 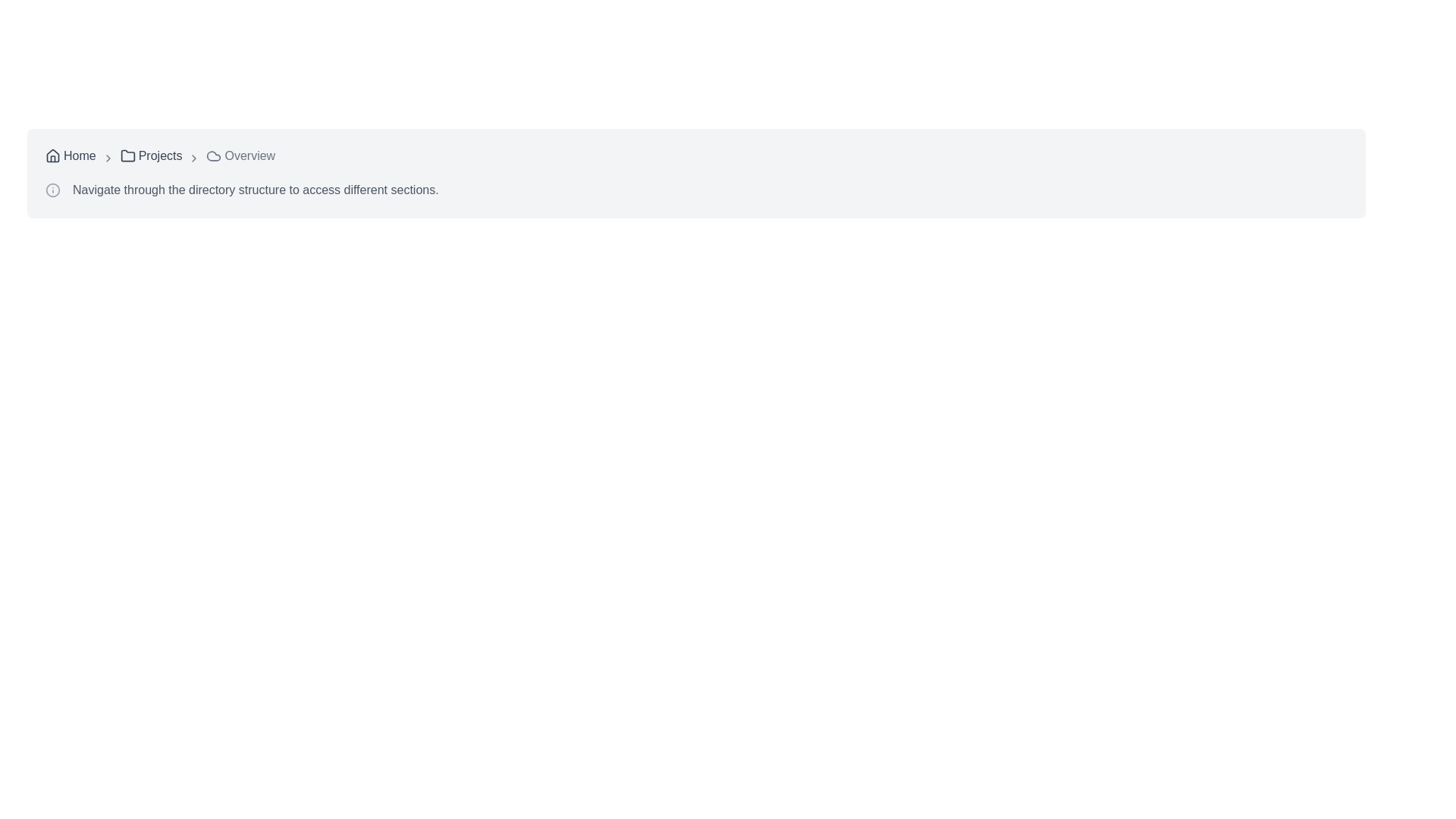 I want to click on the 'Projects' Breadcrumb navigation item, so click(x=151, y=158).